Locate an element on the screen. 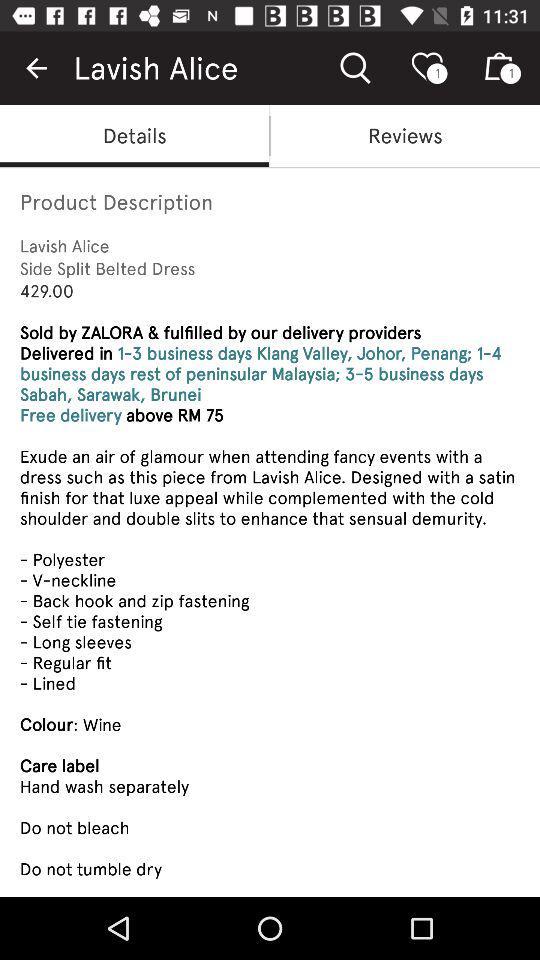 The width and height of the screenshot is (540, 960). the icon above the details item is located at coordinates (36, 68).